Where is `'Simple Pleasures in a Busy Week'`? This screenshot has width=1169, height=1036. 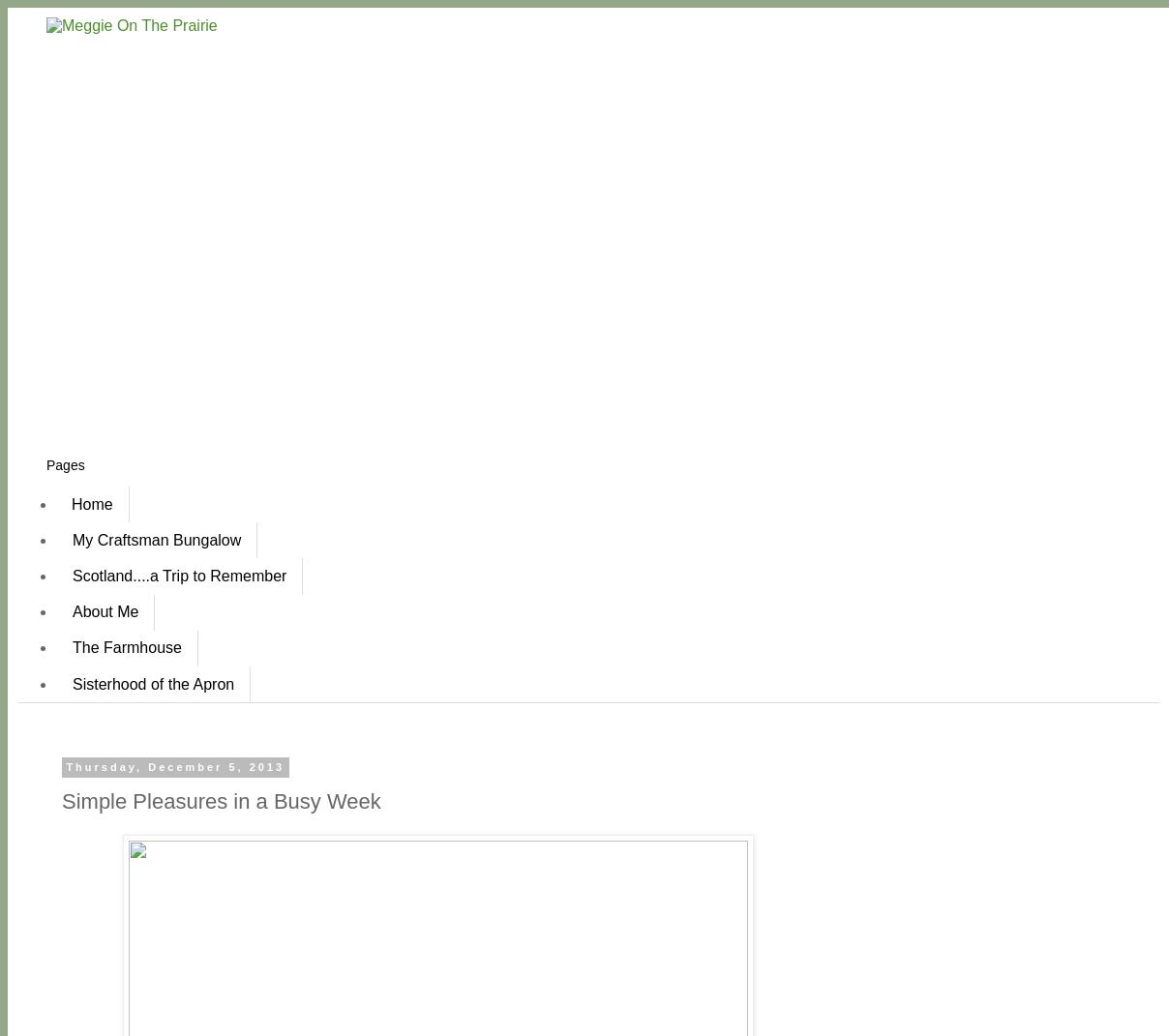 'Simple Pleasures in a Busy Week' is located at coordinates (221, 799).